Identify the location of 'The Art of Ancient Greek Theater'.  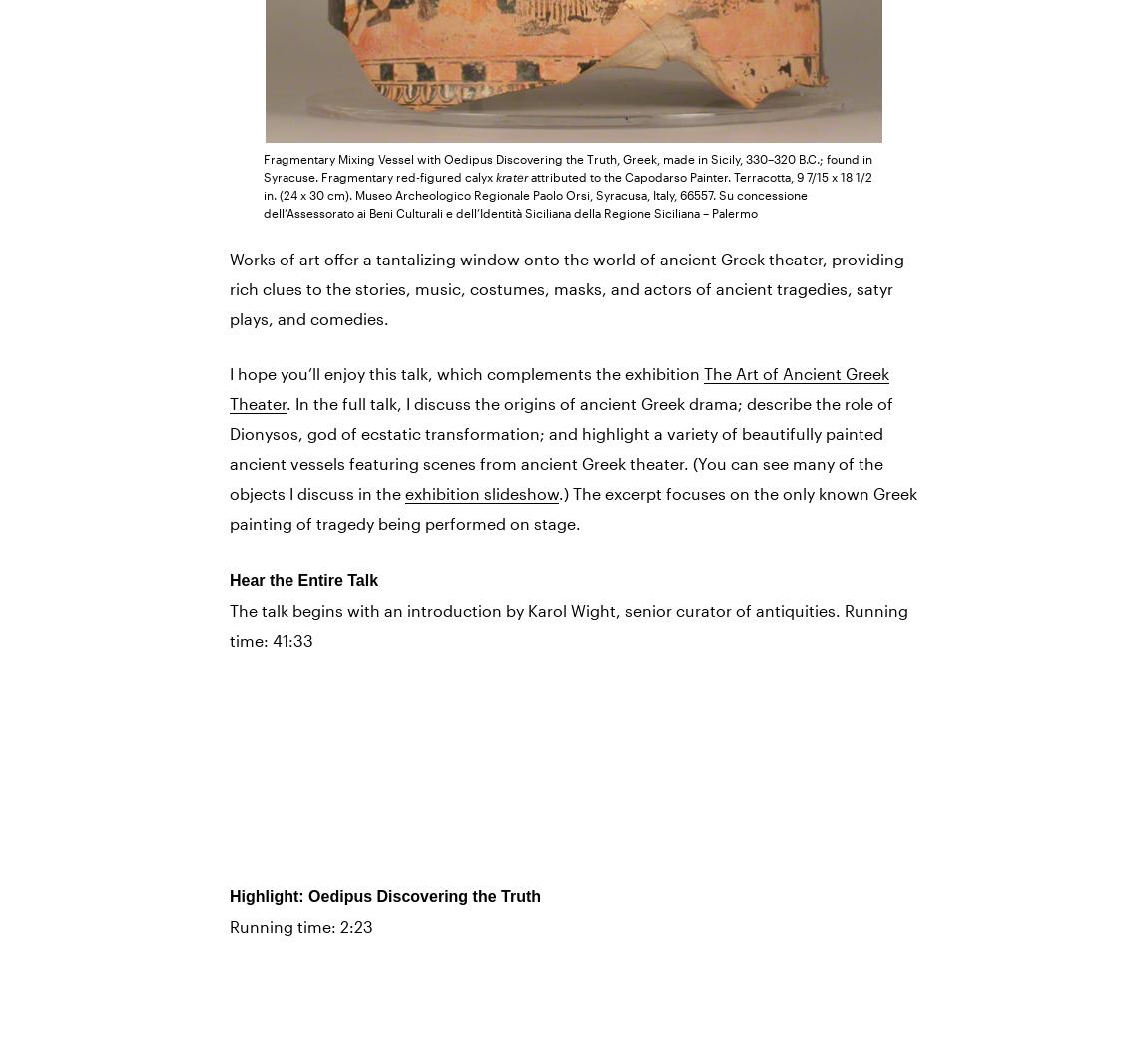
(559, 387).